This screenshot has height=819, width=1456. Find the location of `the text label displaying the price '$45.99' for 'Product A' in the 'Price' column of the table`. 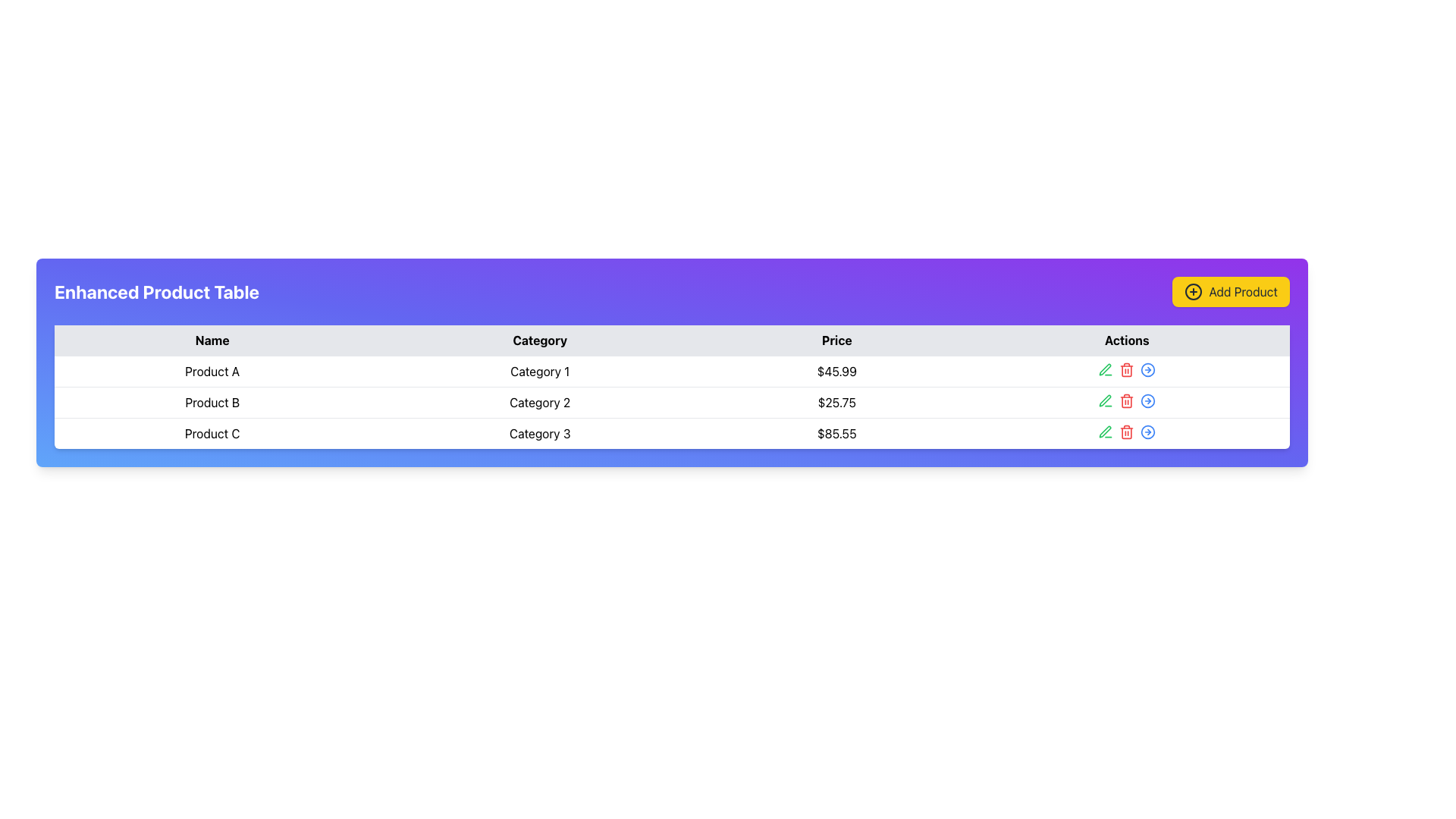

the text label displaying the price '$45.99' for 'Product A' in the 'Price' column of the table is located at coordinates (836, 371).